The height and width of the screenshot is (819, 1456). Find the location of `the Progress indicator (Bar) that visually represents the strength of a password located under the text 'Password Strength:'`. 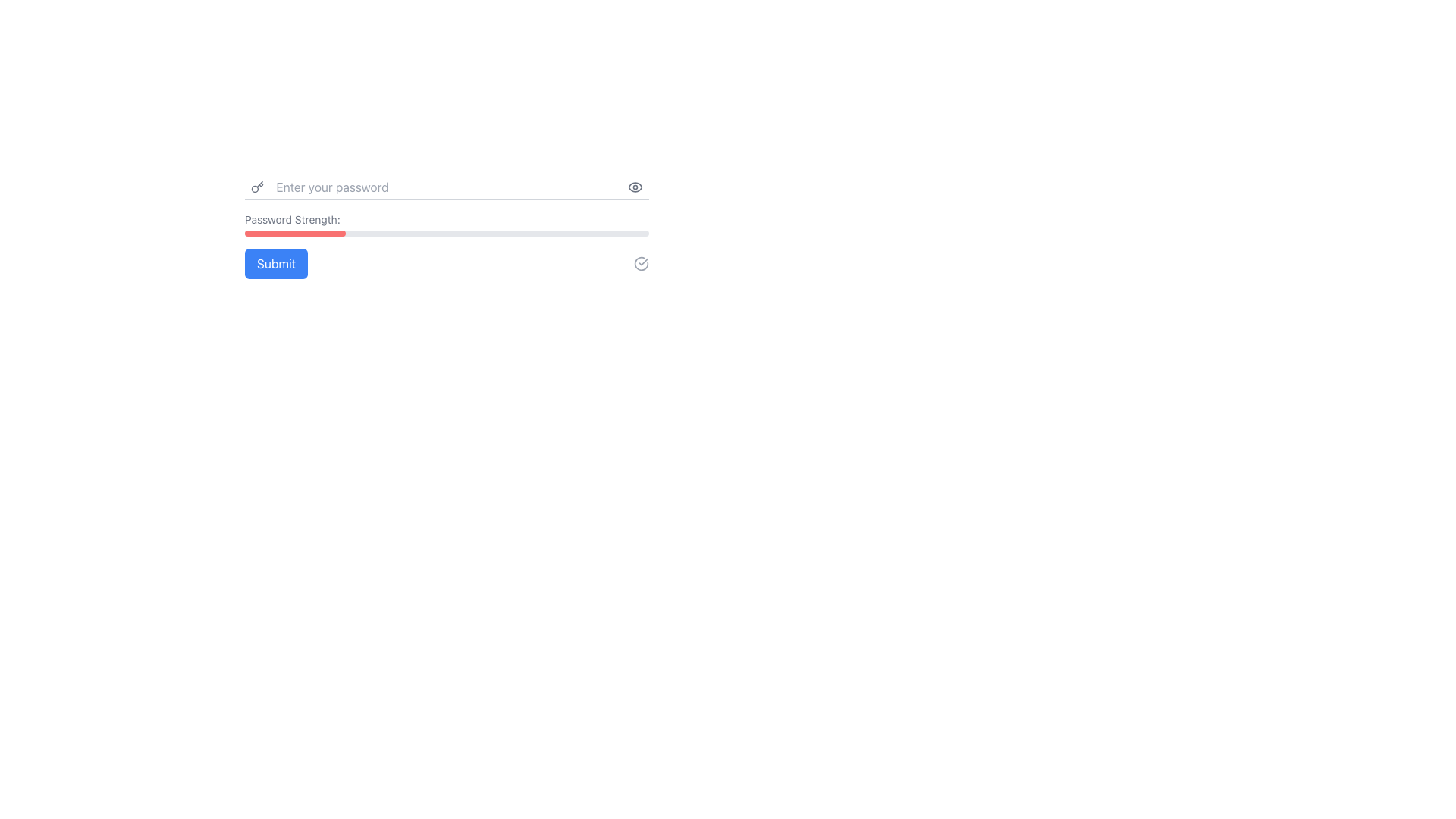

the Progress indicator (Bar) that visually represents the strength of a password located under the text 'Password Strength:' is located at coordinates (446, 234).